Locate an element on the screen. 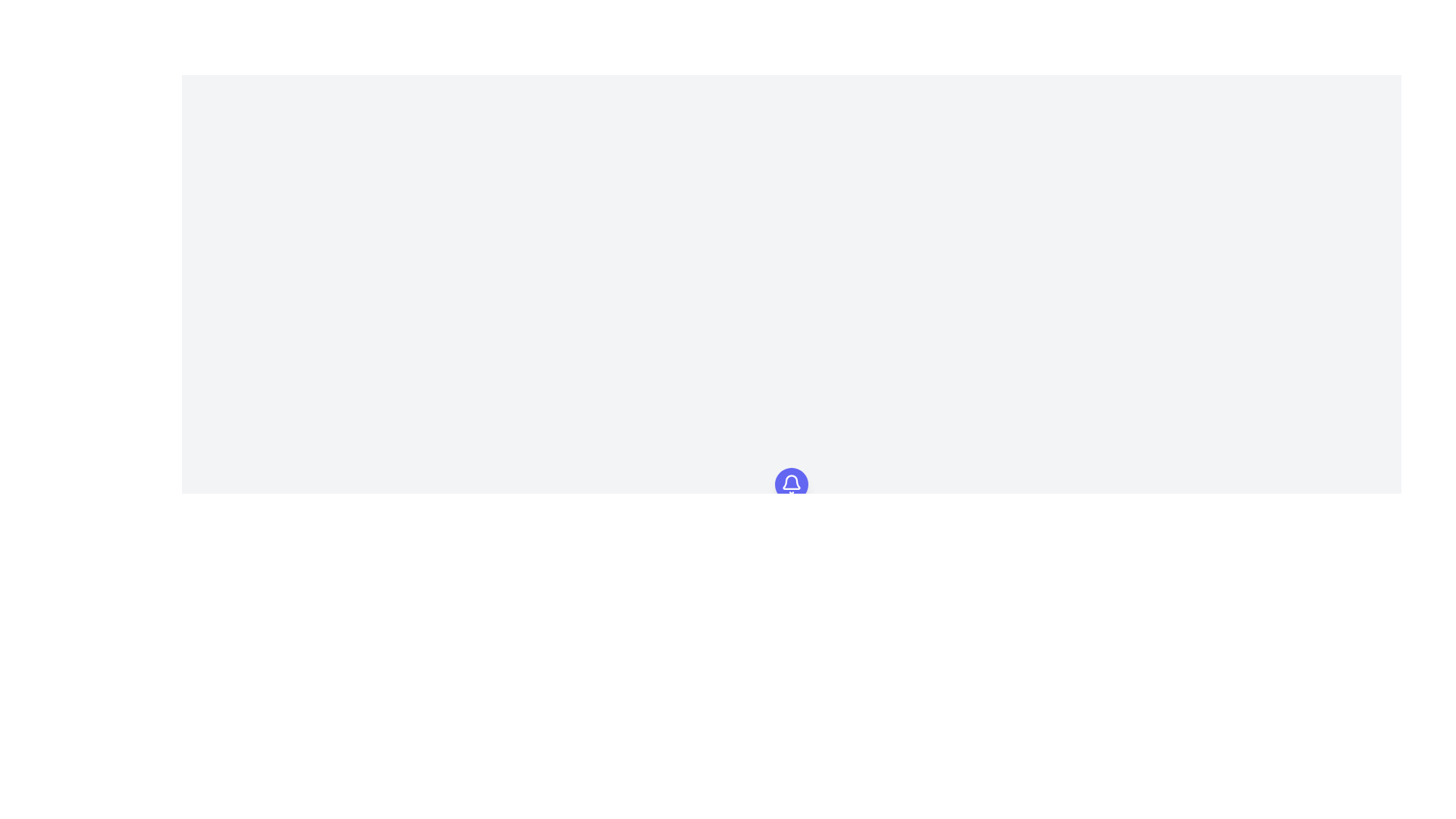 This screenshot has height=819, width=1456. the notification SVG icon located within the rounded button at the bottom center of the user interface is located at coordinates (790, 485).